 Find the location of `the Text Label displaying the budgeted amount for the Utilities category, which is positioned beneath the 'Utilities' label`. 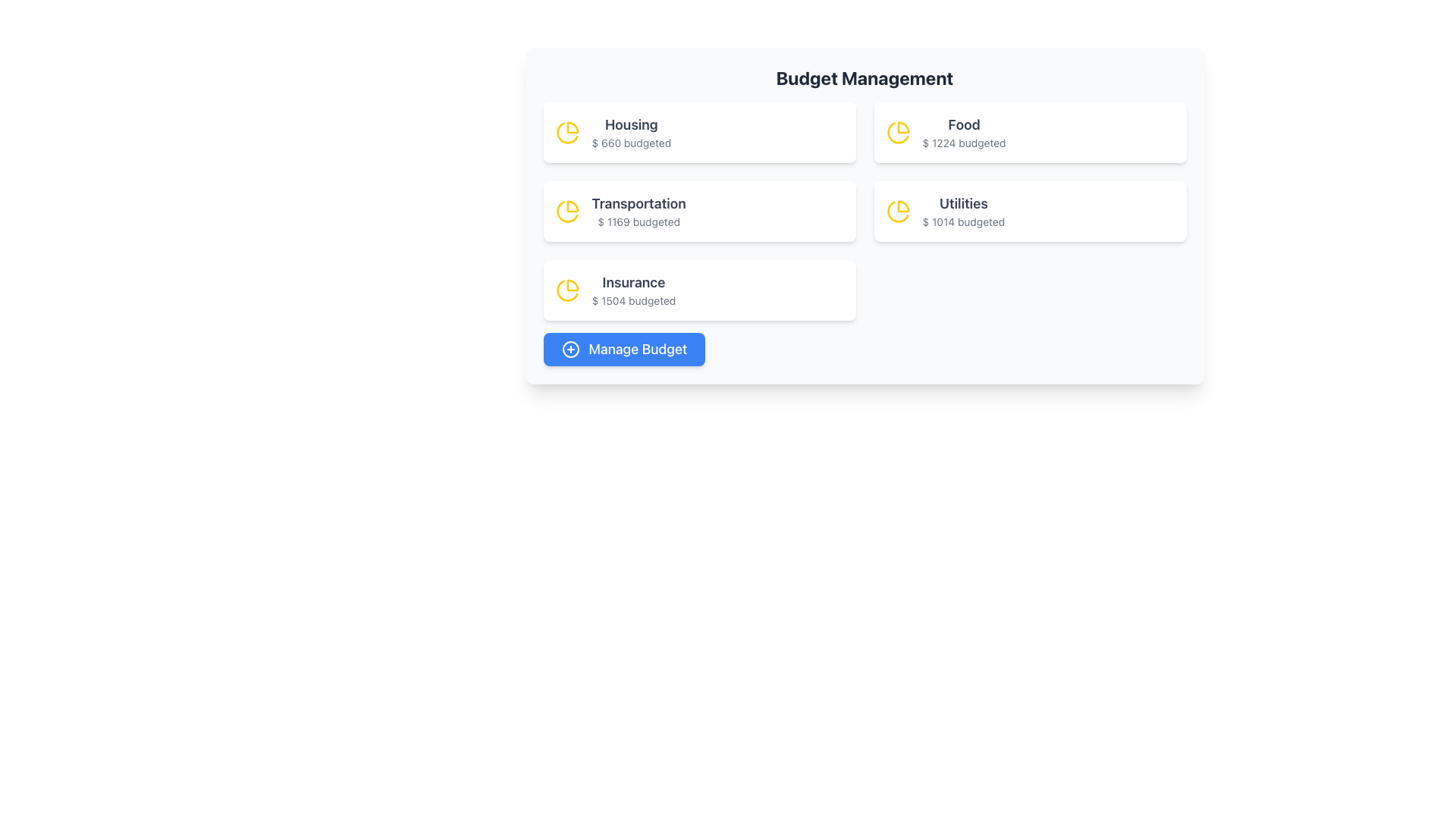

the Text Label displaying the budgeted amount for the Utilities category, which is positioned beneath the 'Utilities' label is located at coordinates (962, 222).